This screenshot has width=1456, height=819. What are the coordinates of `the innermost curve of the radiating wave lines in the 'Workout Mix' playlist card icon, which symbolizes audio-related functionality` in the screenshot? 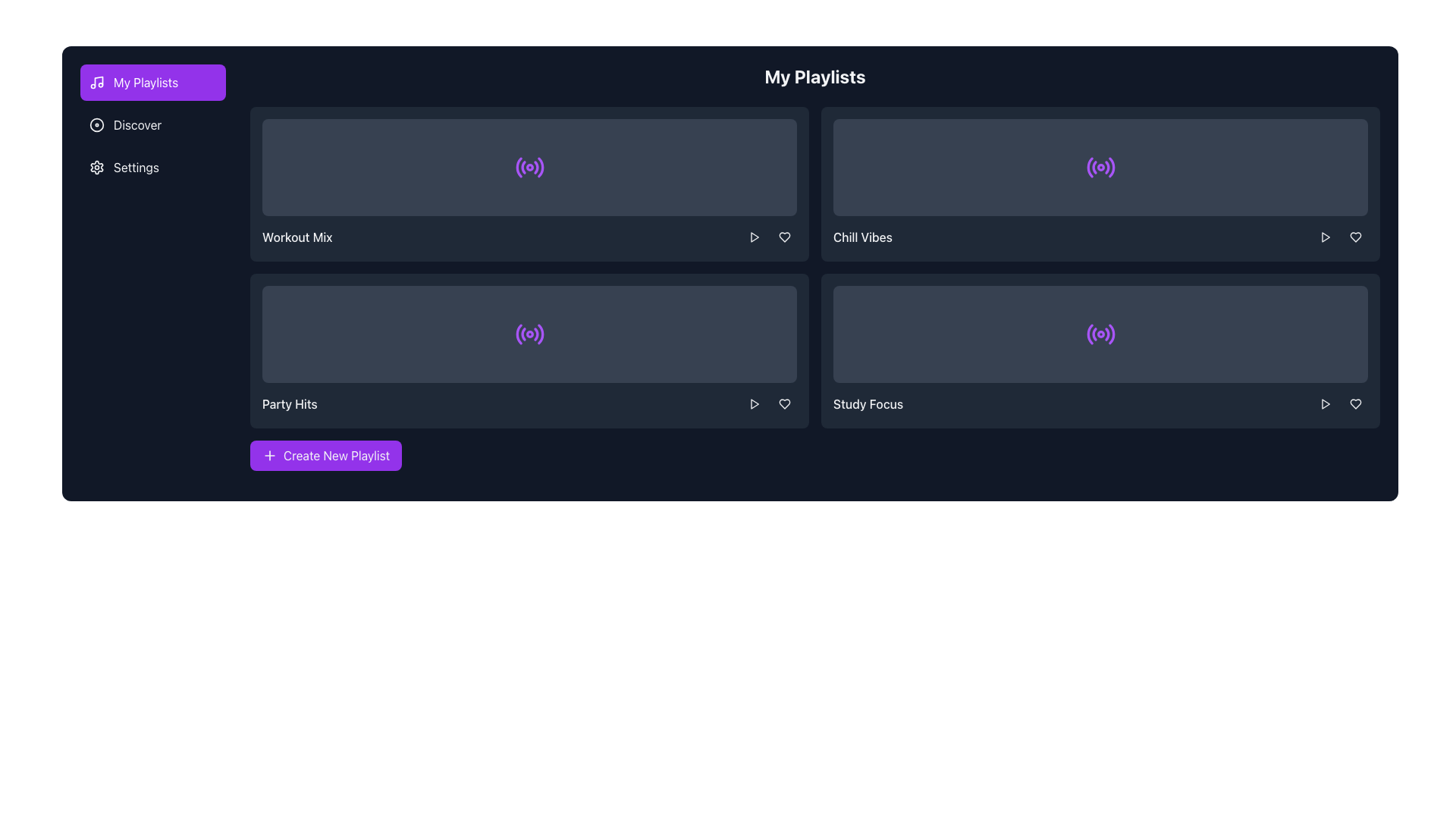 It's located at (519, 167).